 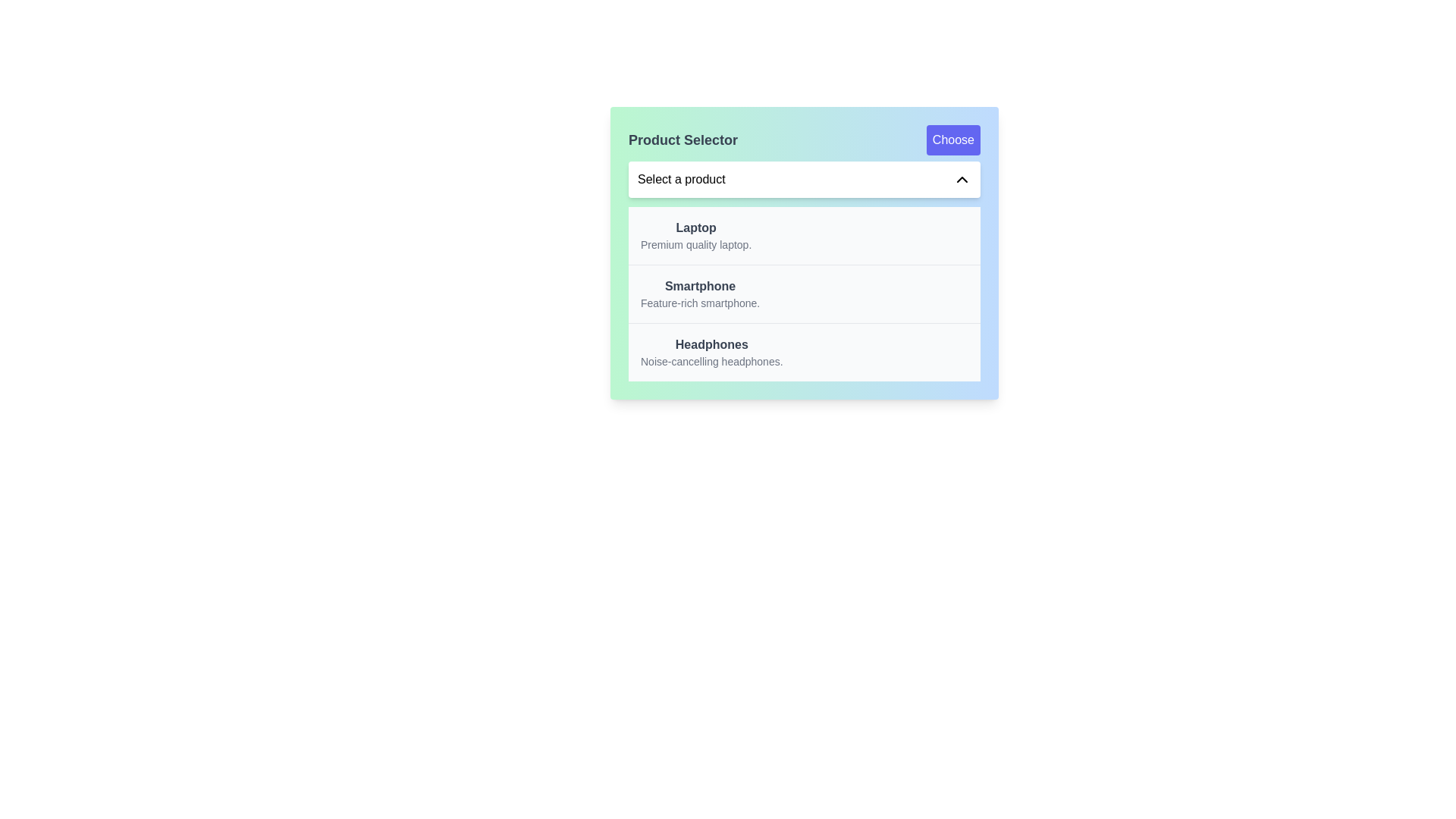 I want to click on the text label displaying 'Feature-rich smartphone.' located under the 'Smartphone' title in the product description layout, so click(x=699, y=303).